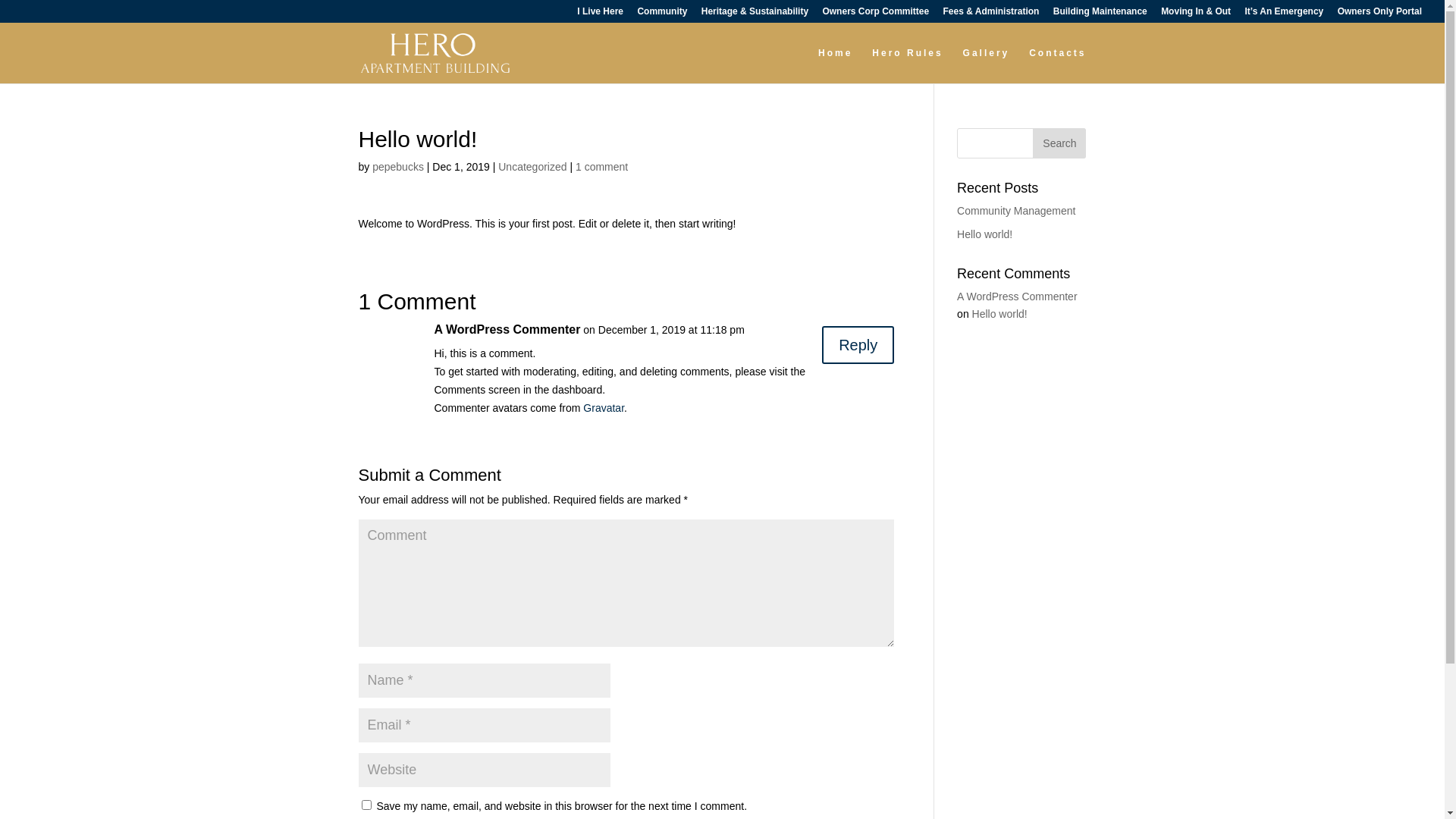 This screenshot has height=819, width=1456. I want to click on 'Contacts', so click(1056, 64).